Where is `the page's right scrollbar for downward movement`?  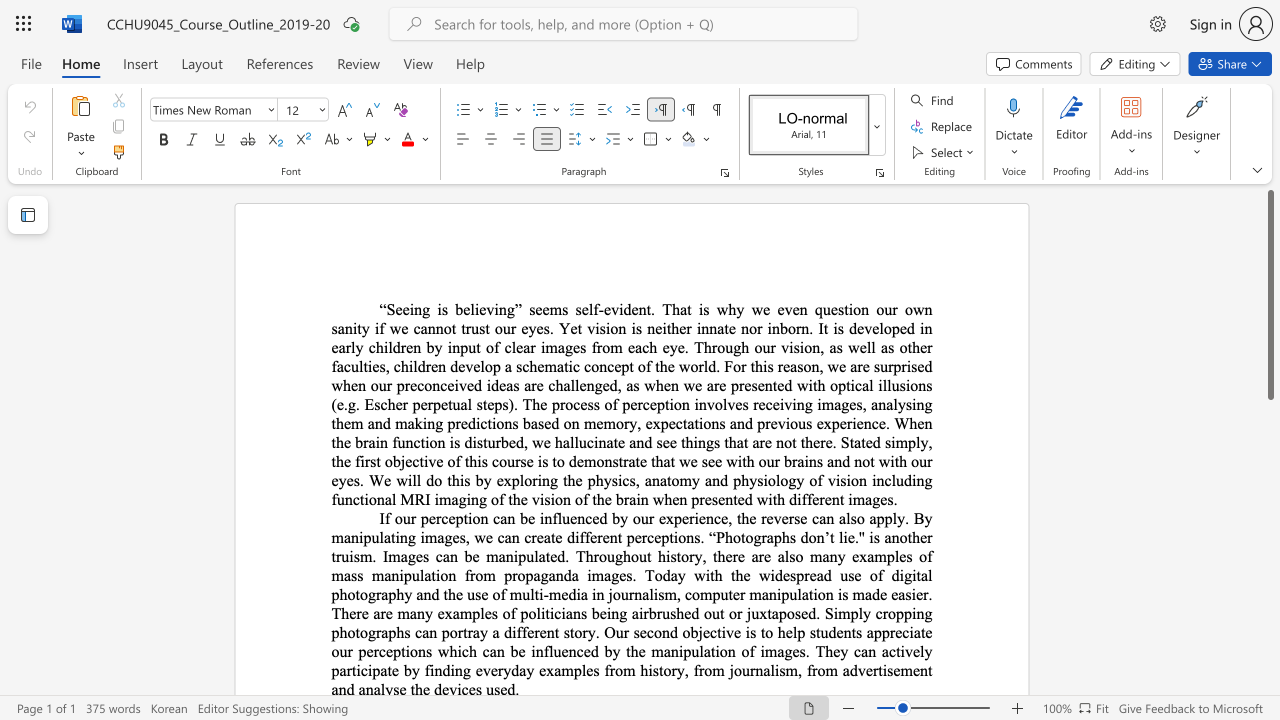
the page's right scrollbar for downward movement is located at coordinates (1269, 598).